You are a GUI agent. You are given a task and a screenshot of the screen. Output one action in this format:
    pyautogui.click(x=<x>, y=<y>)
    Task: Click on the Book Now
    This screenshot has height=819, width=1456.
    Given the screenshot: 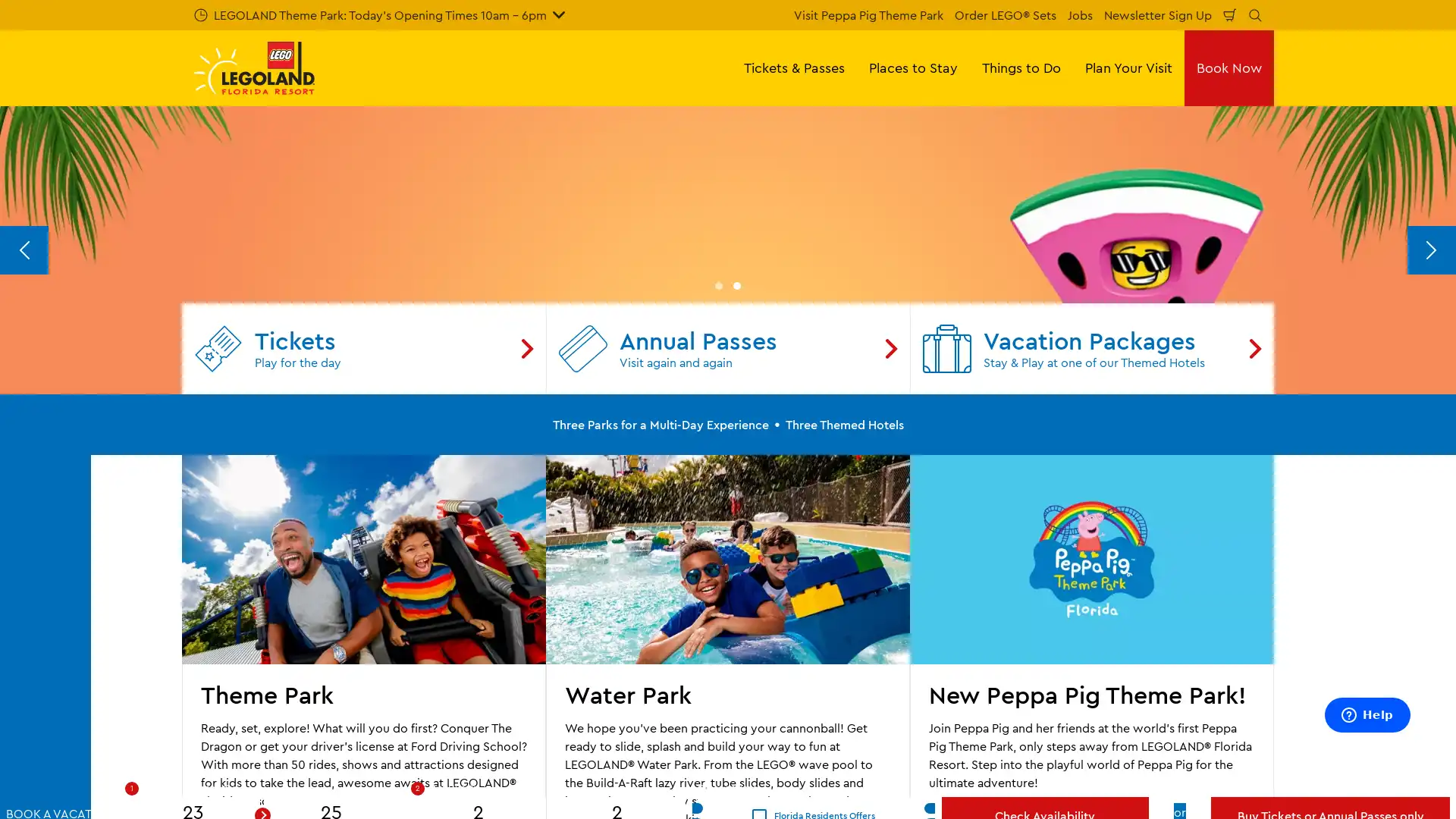 What is the action you would take?
    pyautogui.click(x=1229, y=67)
    